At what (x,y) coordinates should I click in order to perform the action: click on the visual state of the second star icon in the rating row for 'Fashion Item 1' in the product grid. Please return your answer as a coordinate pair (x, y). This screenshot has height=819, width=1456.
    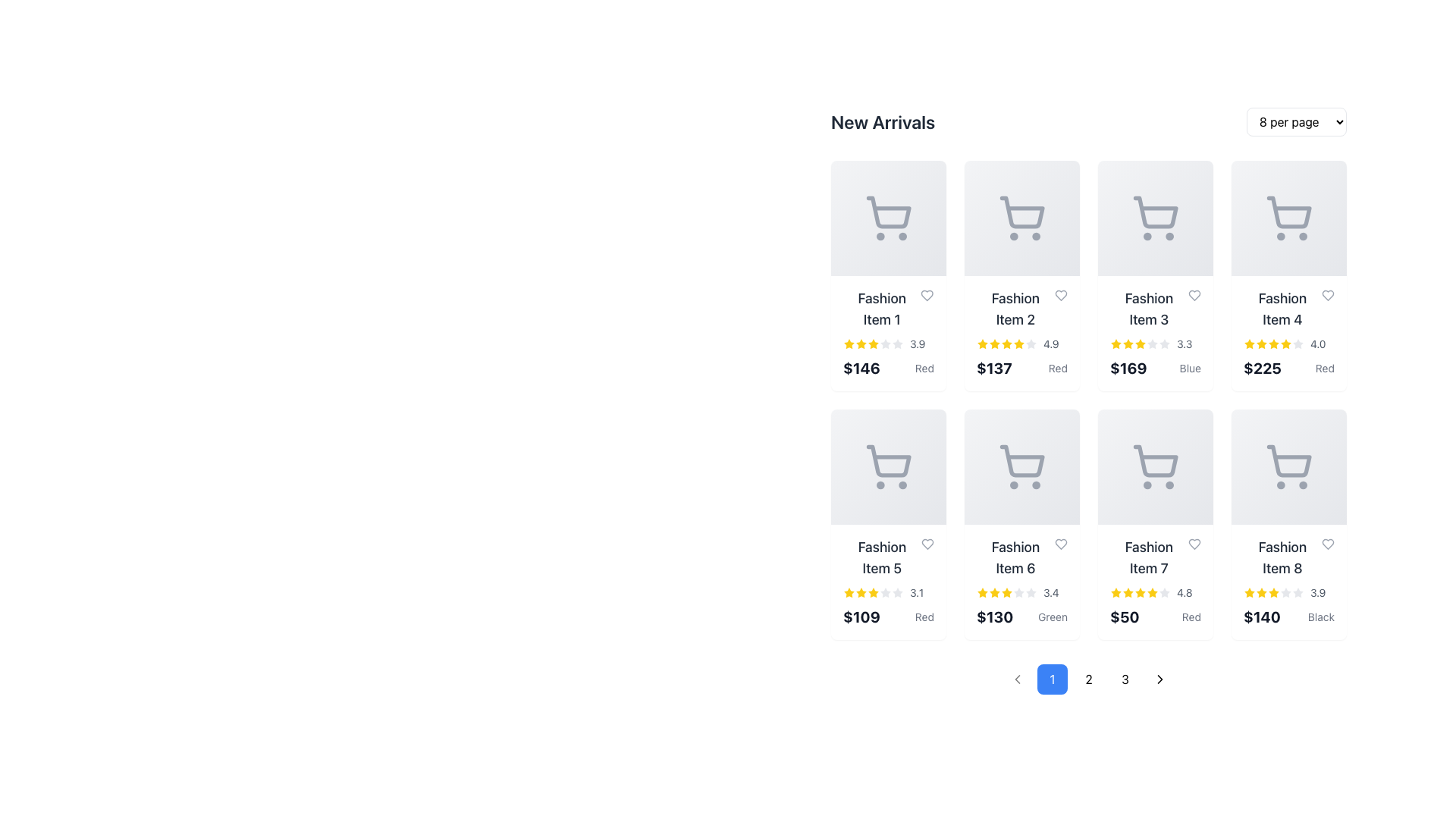
    Looking at the image, I should click on (861, 344).